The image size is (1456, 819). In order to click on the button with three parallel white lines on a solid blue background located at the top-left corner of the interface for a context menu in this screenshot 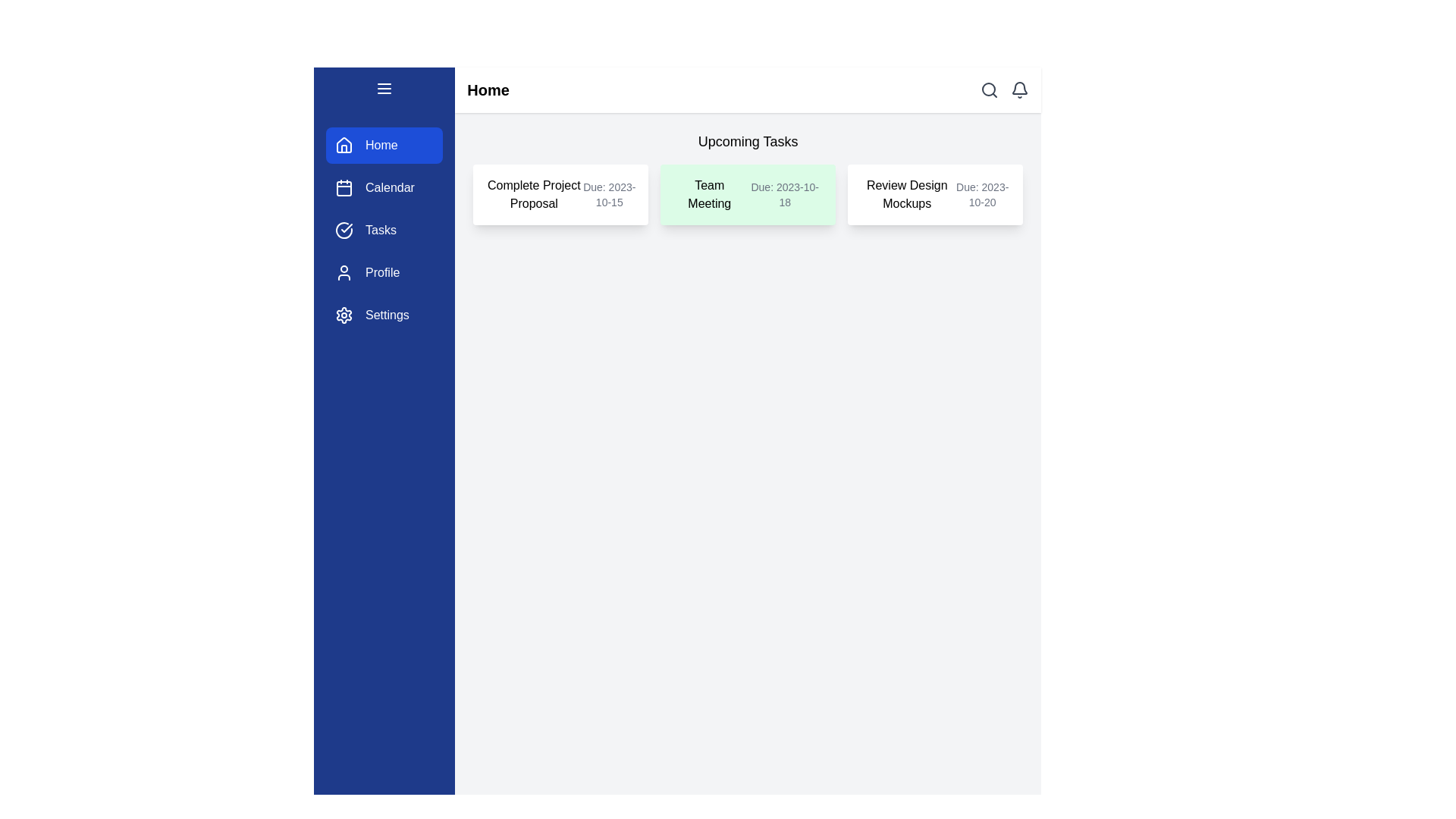, I will do `click(384, 91)`.